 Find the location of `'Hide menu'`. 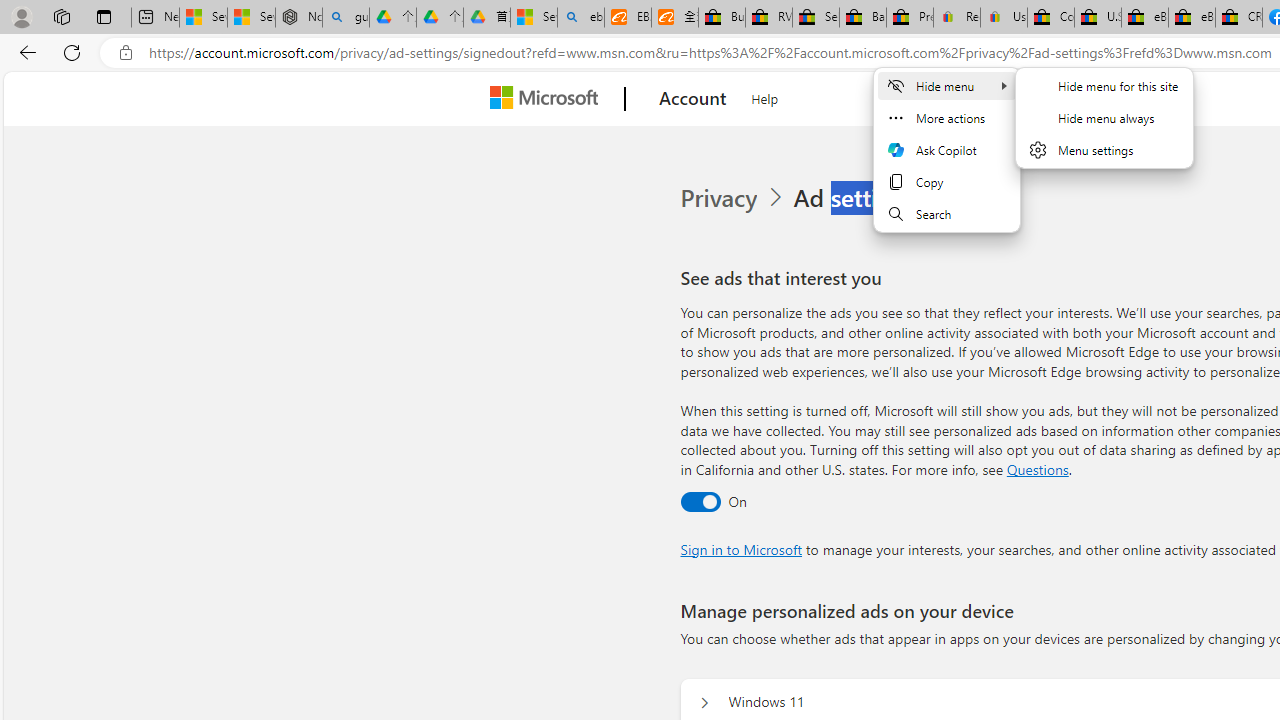

'Hide menu' is located at coordinates (946, 85).